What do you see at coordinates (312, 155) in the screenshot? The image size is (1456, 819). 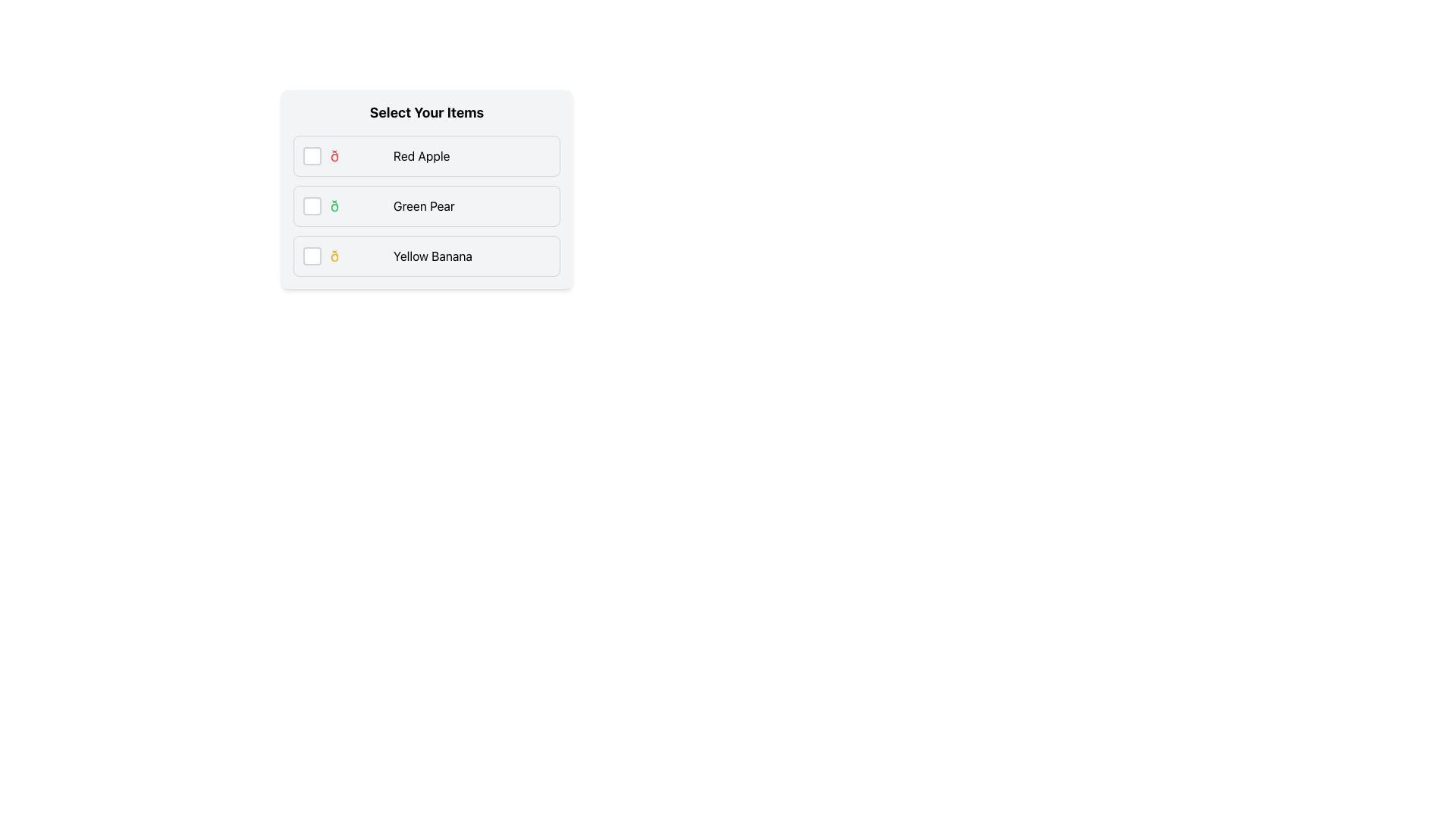 I see `the checkbox for the 'Red Apple' option` at bounding box center [312, 155].